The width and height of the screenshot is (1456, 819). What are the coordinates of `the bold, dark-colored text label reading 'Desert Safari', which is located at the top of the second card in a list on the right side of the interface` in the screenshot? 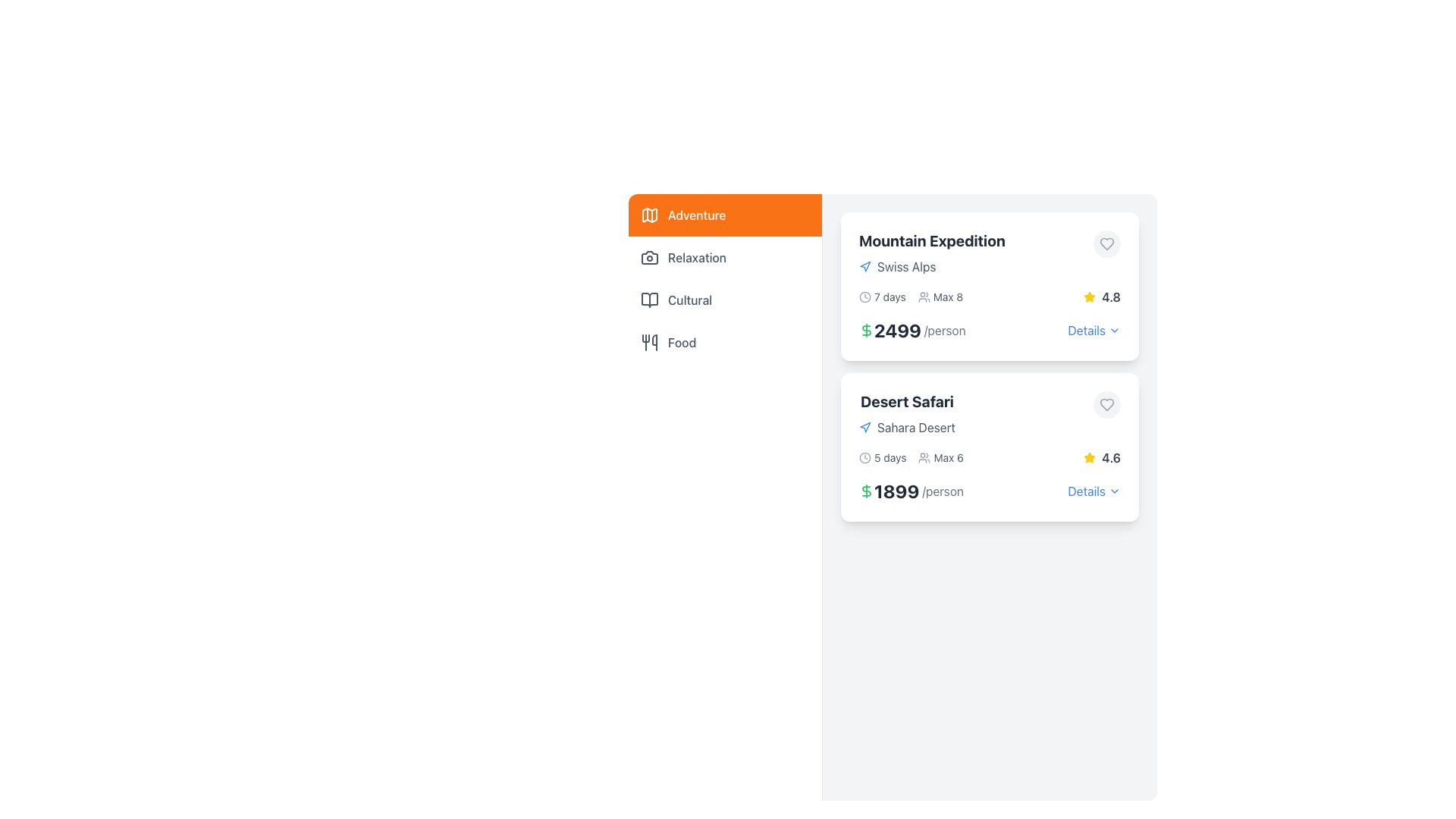 It's located at (907, 400).